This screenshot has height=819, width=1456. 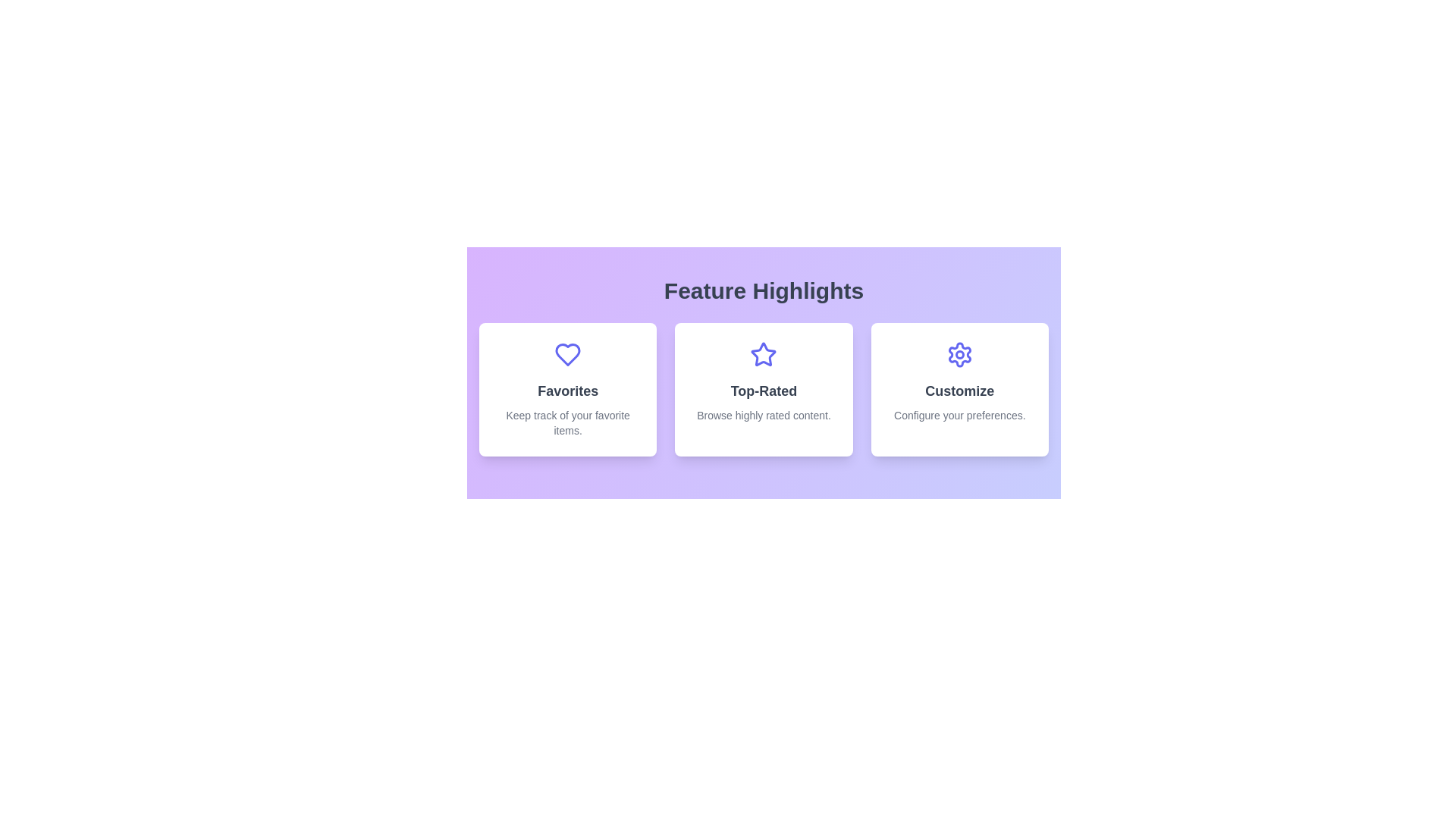 What do you see at coordinates (567, 354) in the screenshot?
I see `the 'Favorites' icon located at the top center of the 'Favorites' card, which visually represents the concept of 'Favorites'` at bounding box center [567, 354].